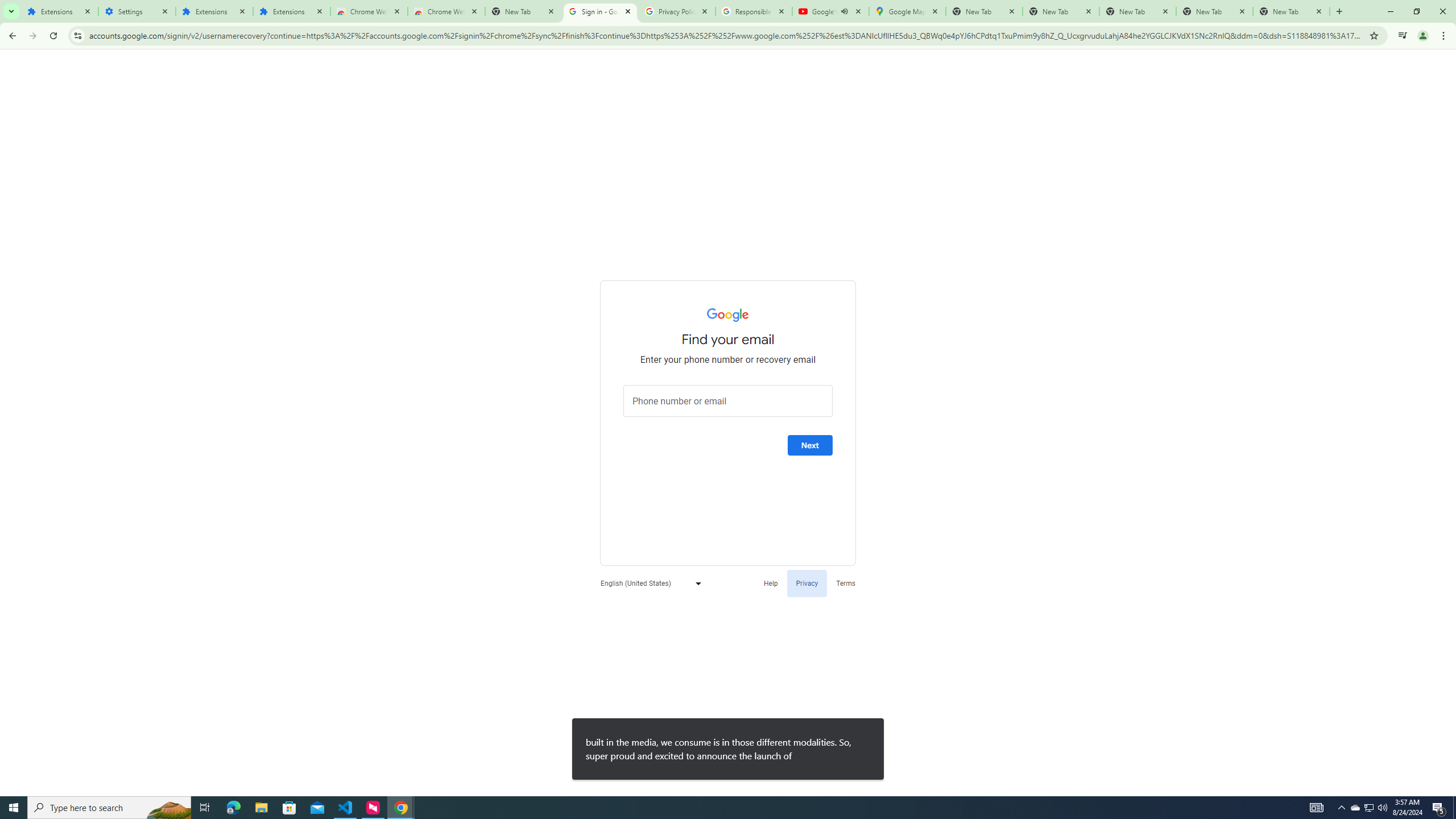  Describe the element at coordinates (1403, 35) in the screenshot. I see `'Control your music, videos, and more'` at that location.